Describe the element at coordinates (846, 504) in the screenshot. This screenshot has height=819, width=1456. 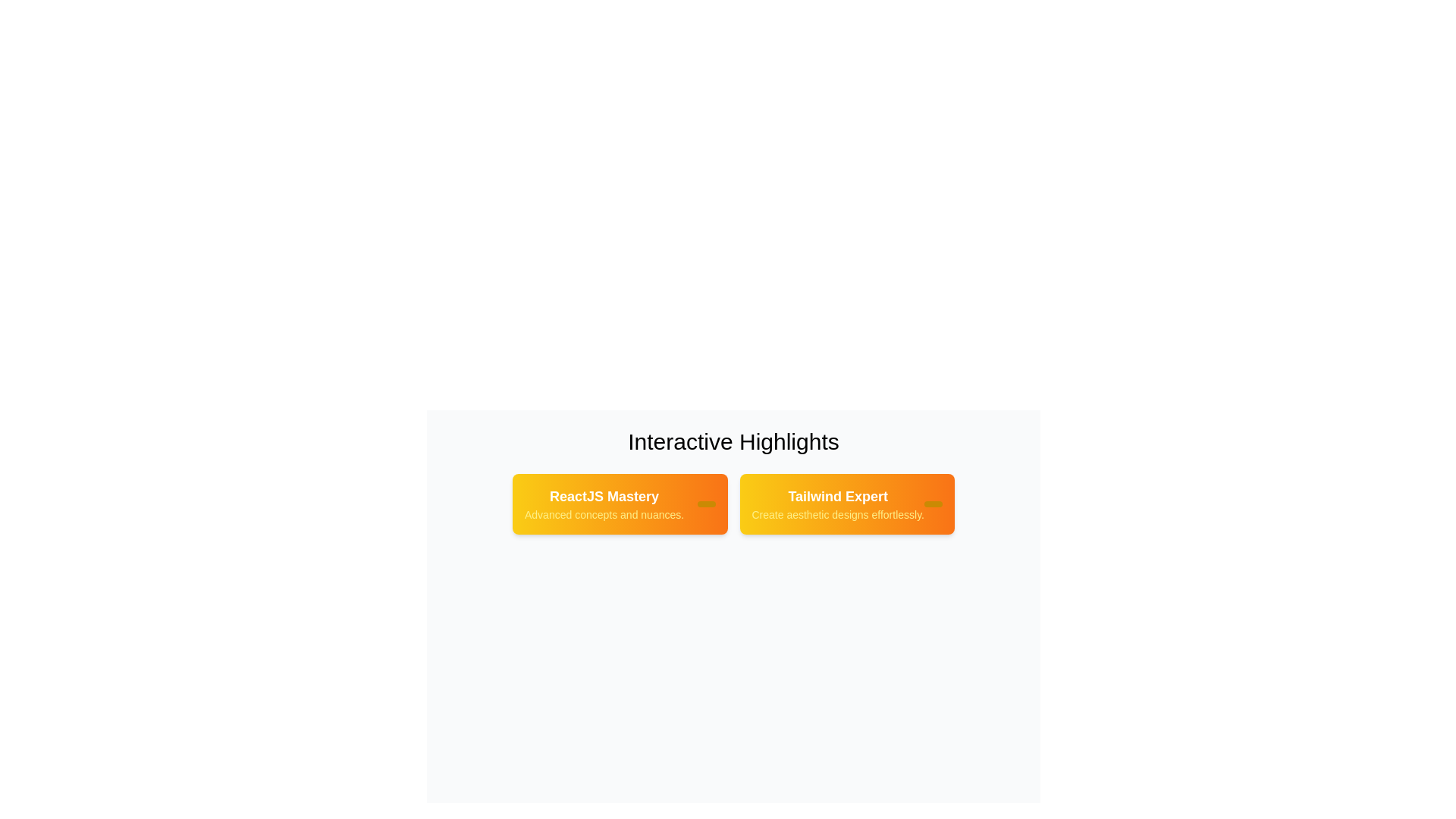
I see `the tag labeled 'Tailwind Expert' to observe its hover effect and background gradient` at that location.